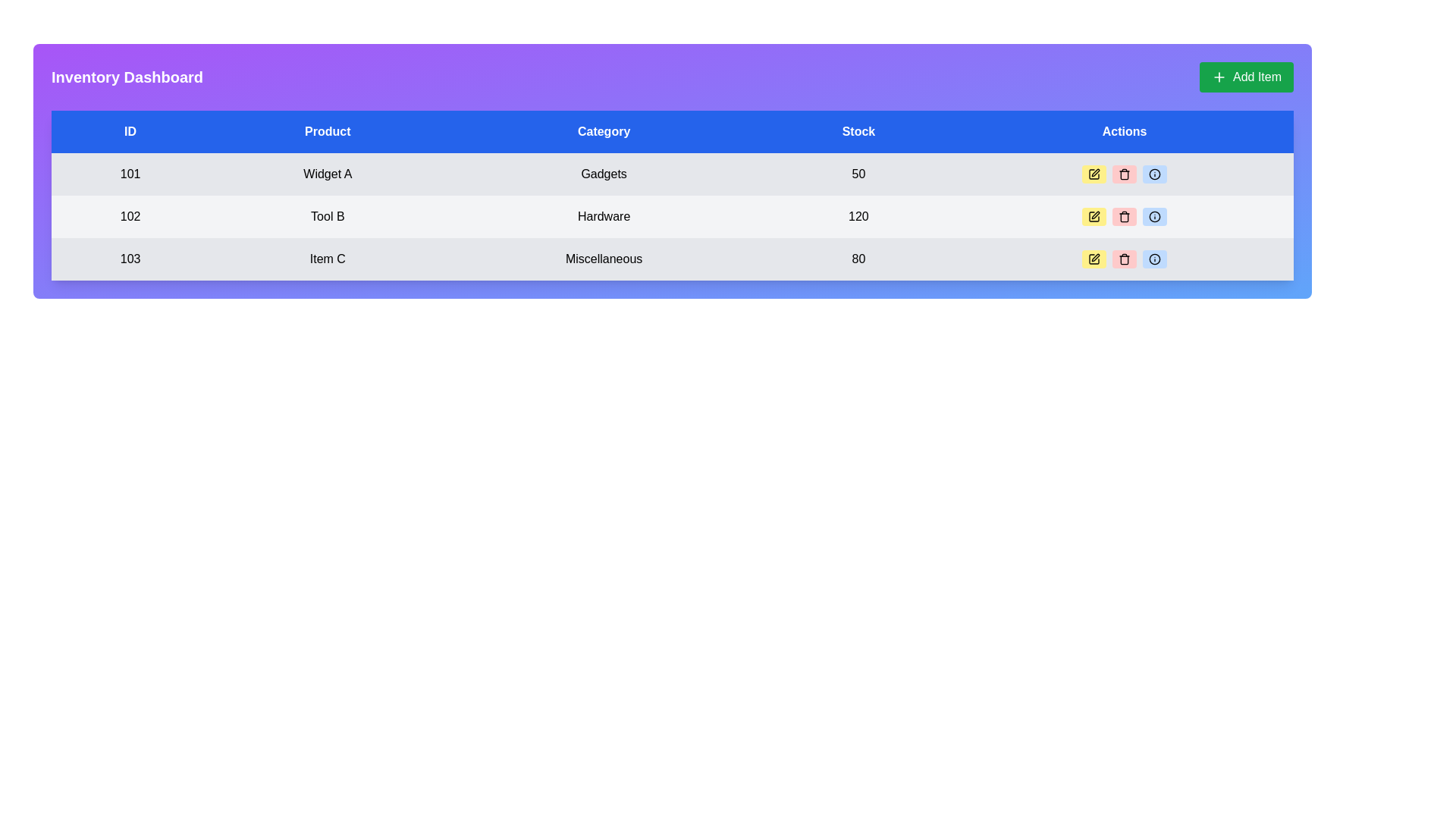  I want to click on the yellow rectangular button with a pen icon located in the 'Actions' column of the first row in the table, so click(1094, 174).